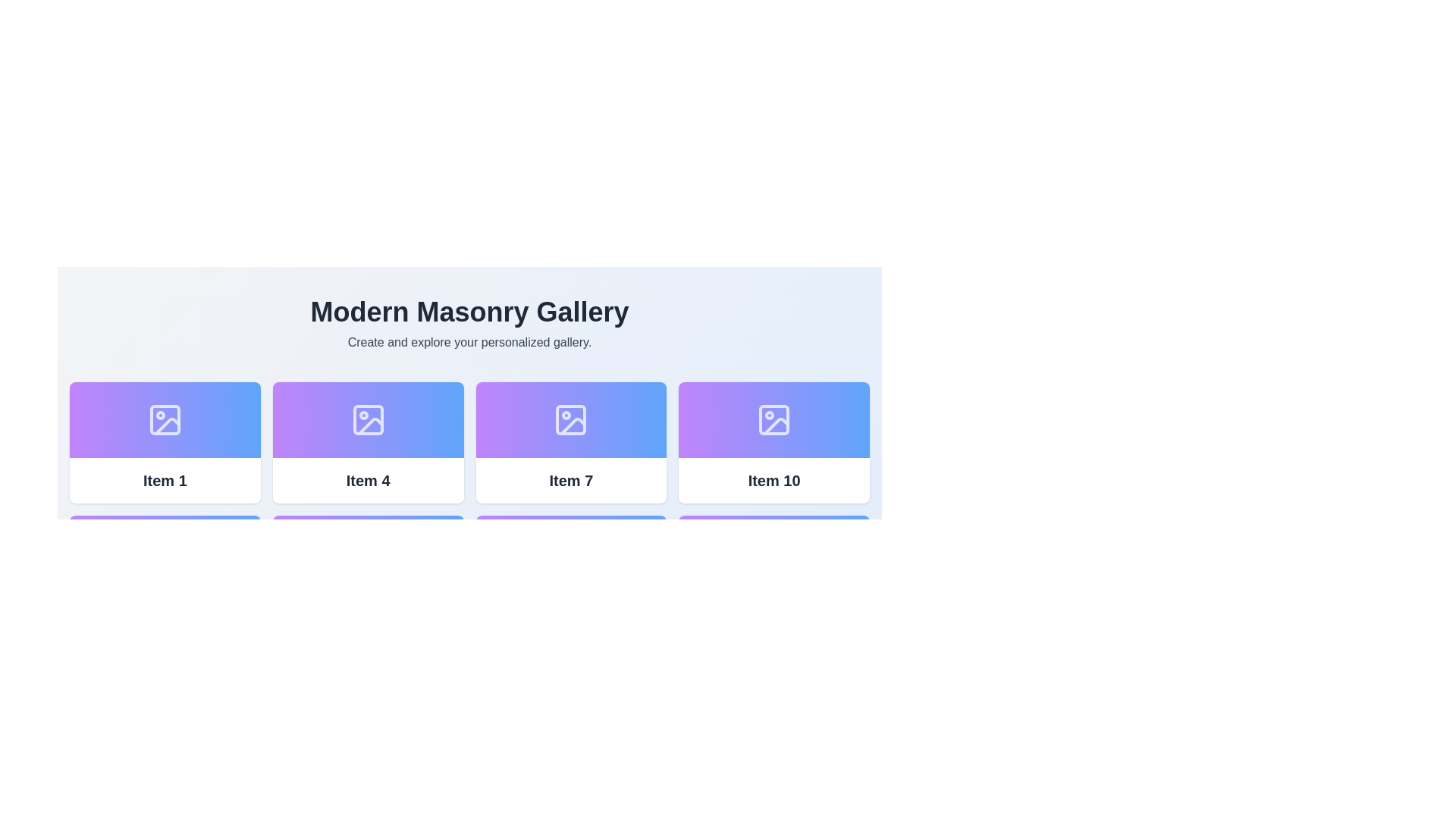 This screenshot has width=1456, height=819. I want to click on the decorative shape within the photo icon located in the card labeled 'Item 10' in the bottom row of the gallery, so click(774, 420).